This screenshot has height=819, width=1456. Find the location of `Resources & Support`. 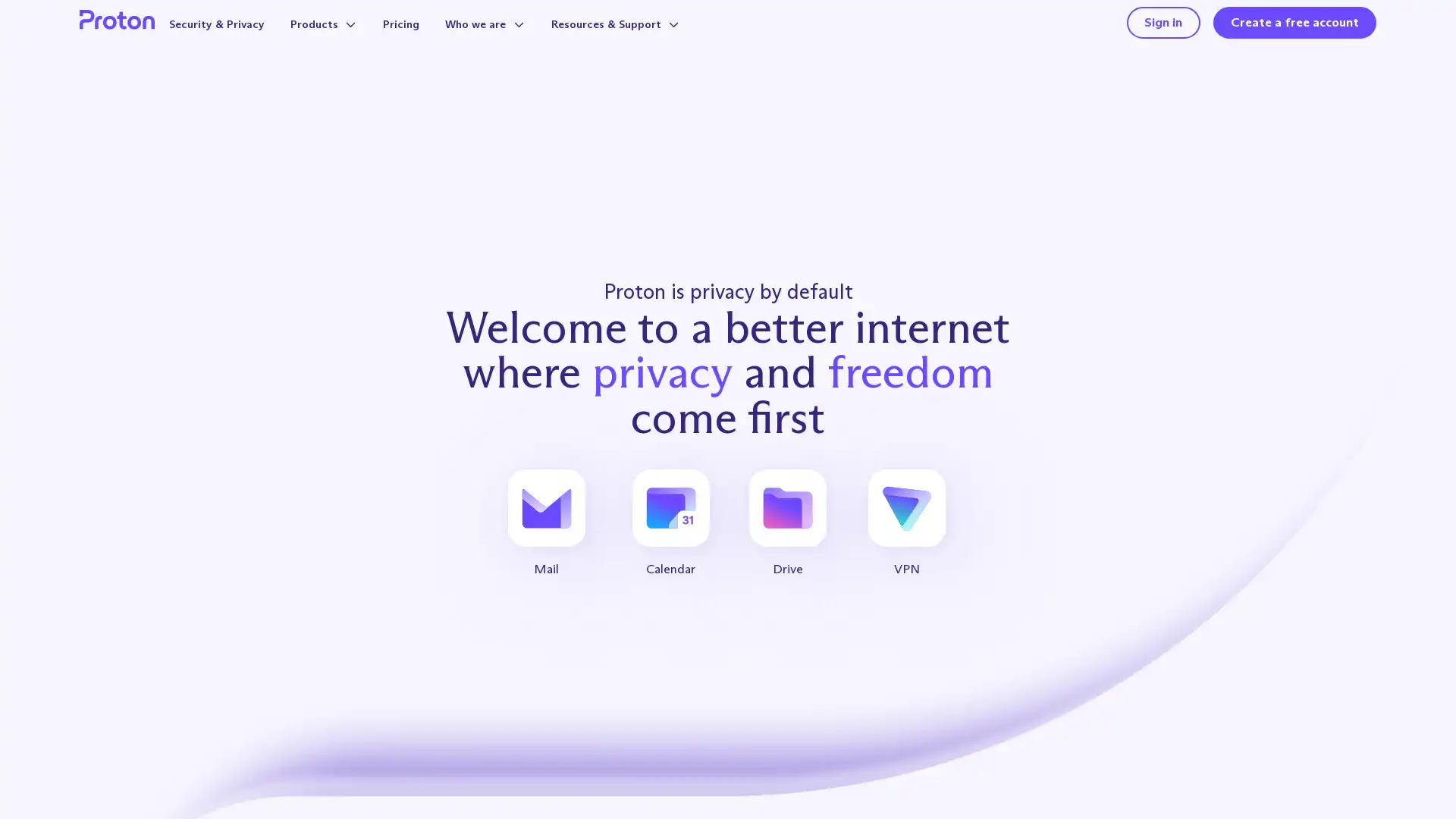

Resources & Support is located at coordinates (655, 39).